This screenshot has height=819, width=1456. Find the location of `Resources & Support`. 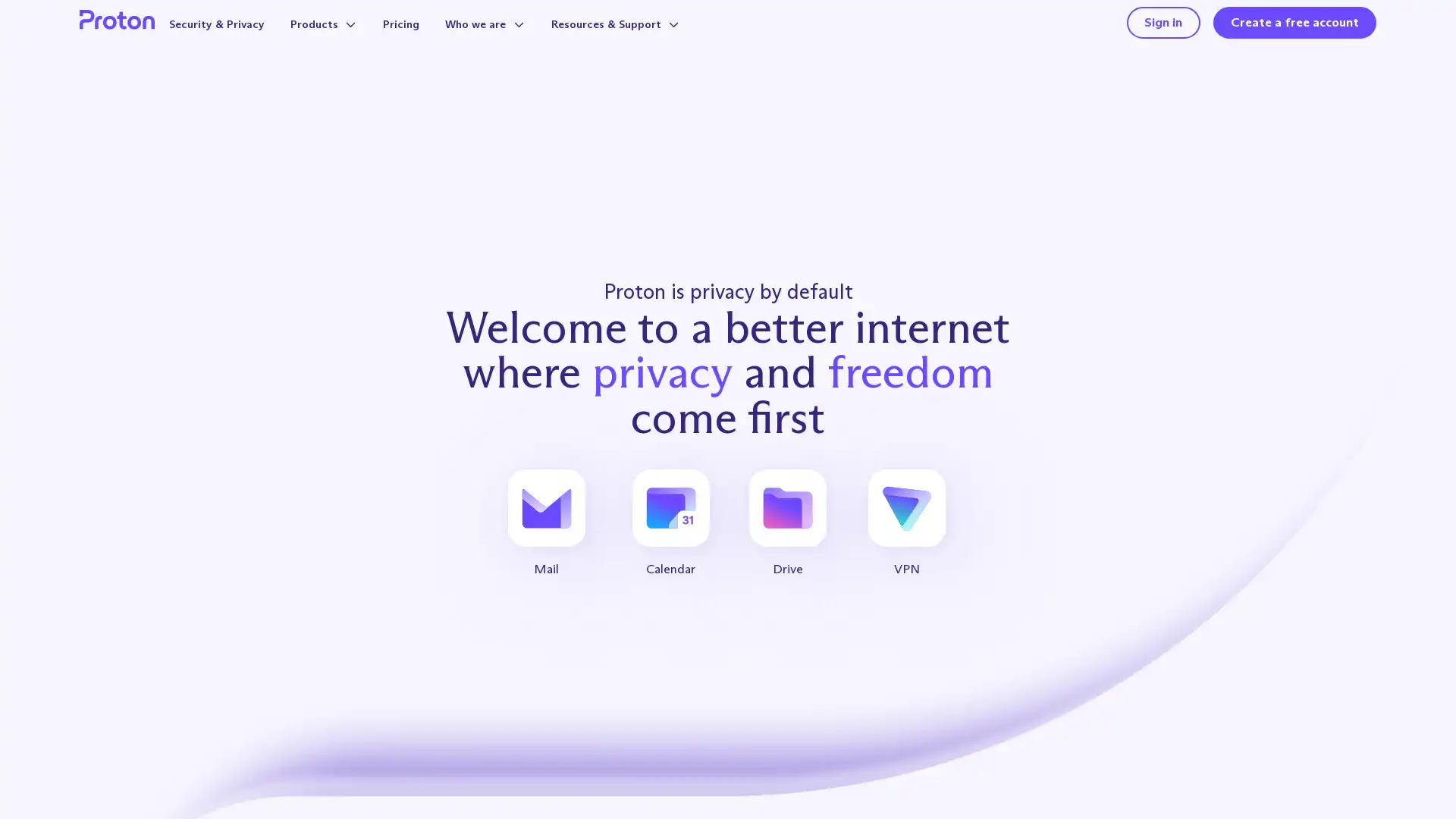

Resources & Support is located at coordinates (655, 39).